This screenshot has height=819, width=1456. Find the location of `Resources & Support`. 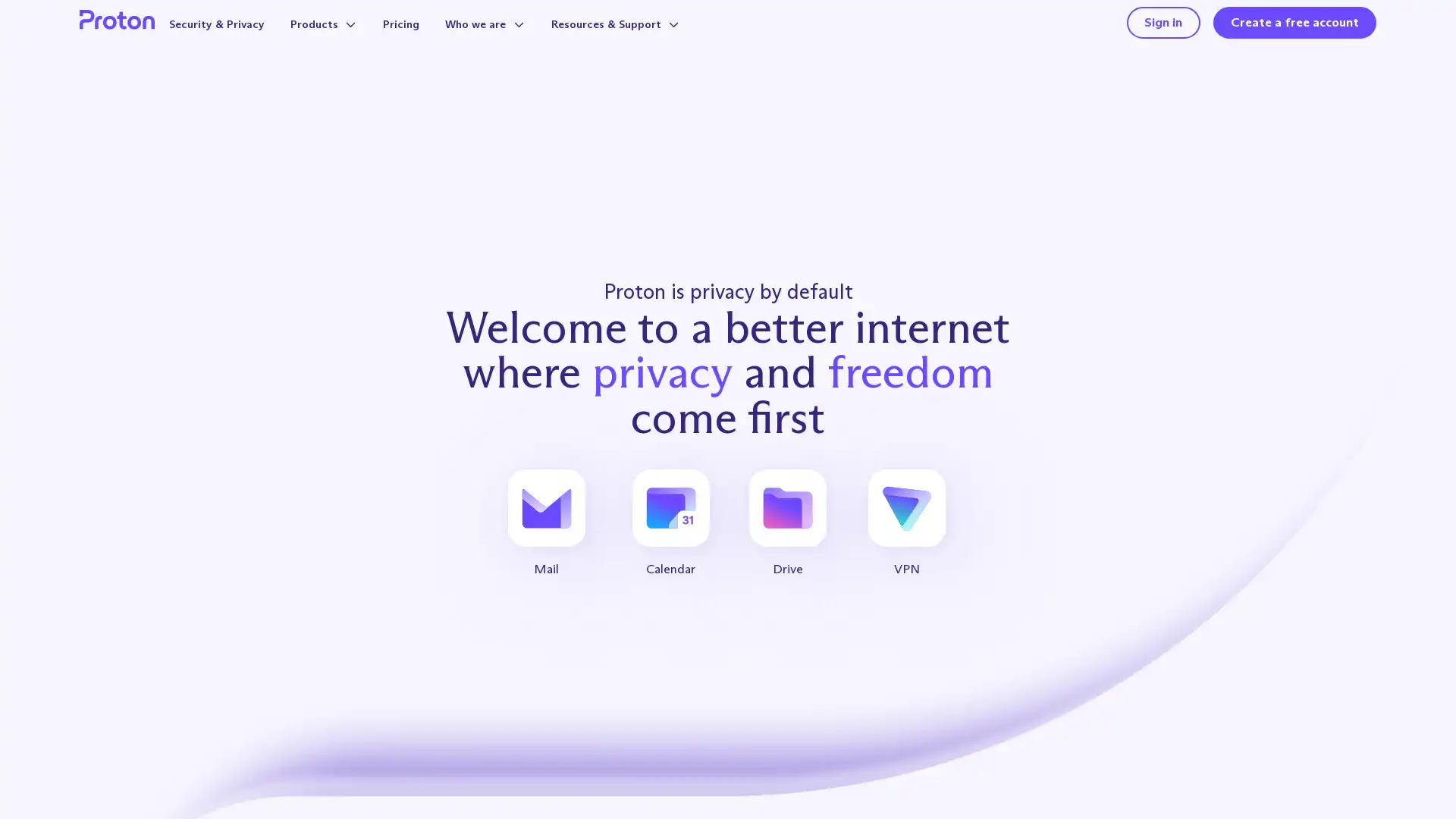

Resources & Support is located at coordinates (655, 39).